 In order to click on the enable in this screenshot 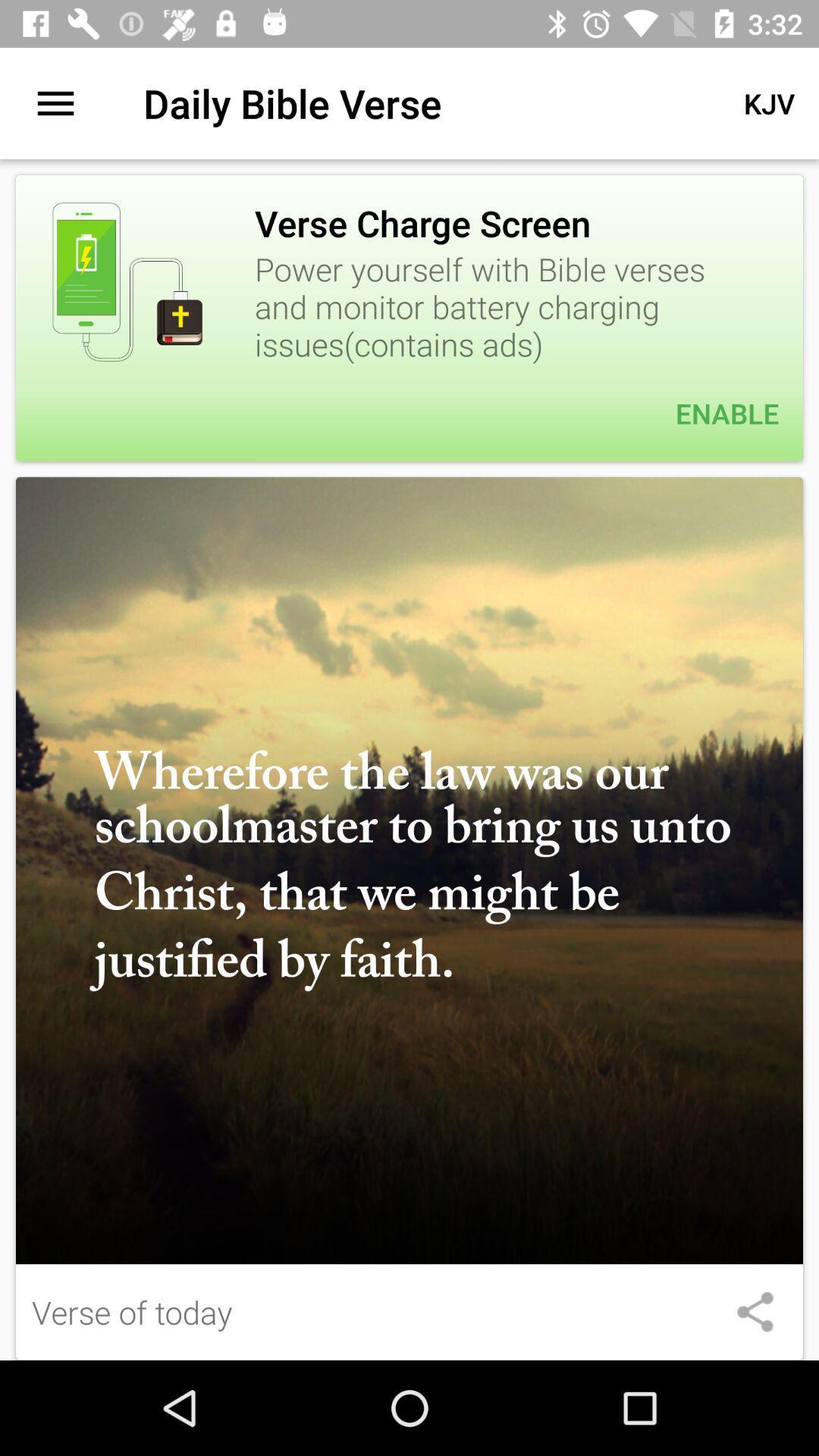, I will do `click(409, 413)`.